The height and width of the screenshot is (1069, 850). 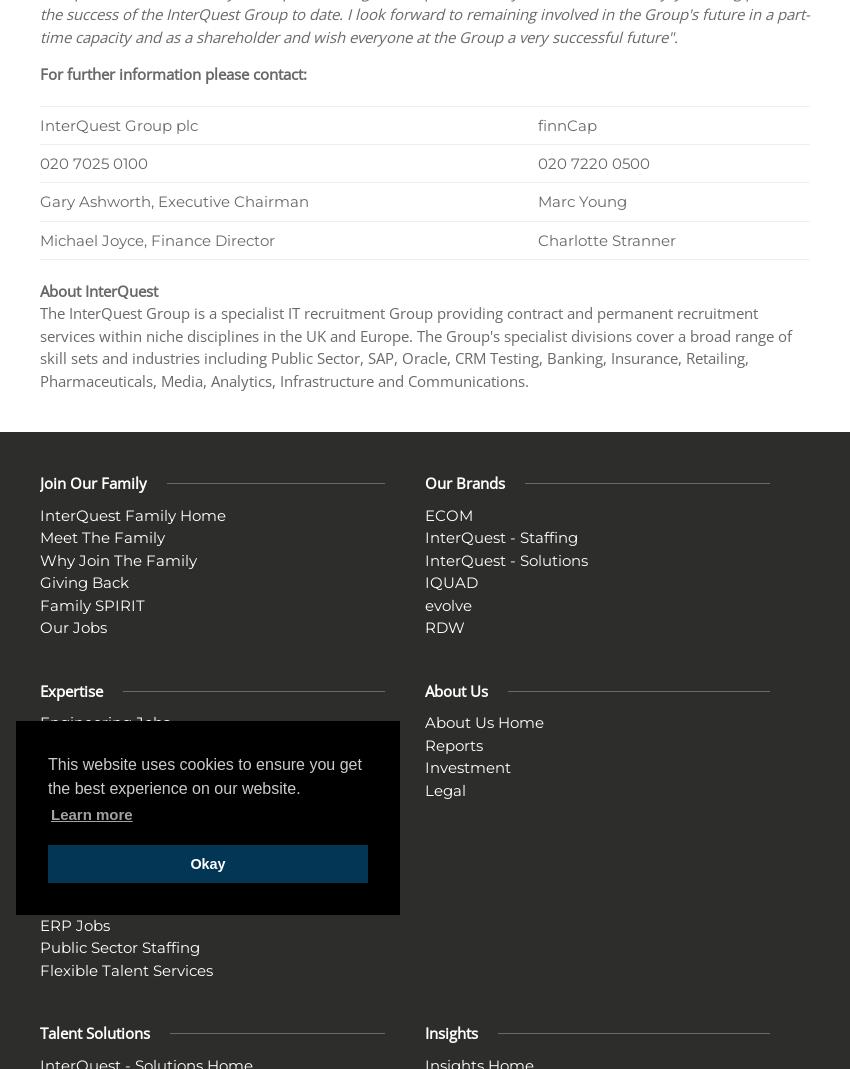 What do you see at coordinates (75, 901) in the screenshot?
I see `'ESM Jobs'` at bounding box center [75, 901].